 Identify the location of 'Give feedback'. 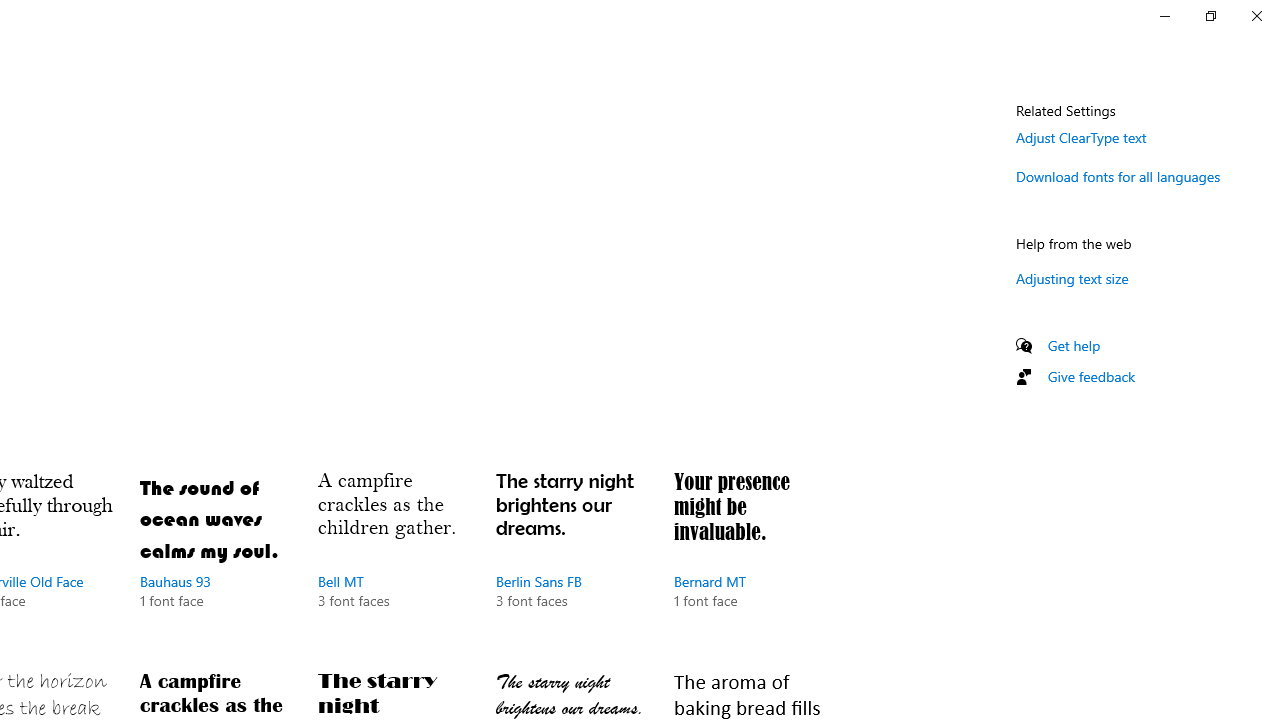
(1090, 376).